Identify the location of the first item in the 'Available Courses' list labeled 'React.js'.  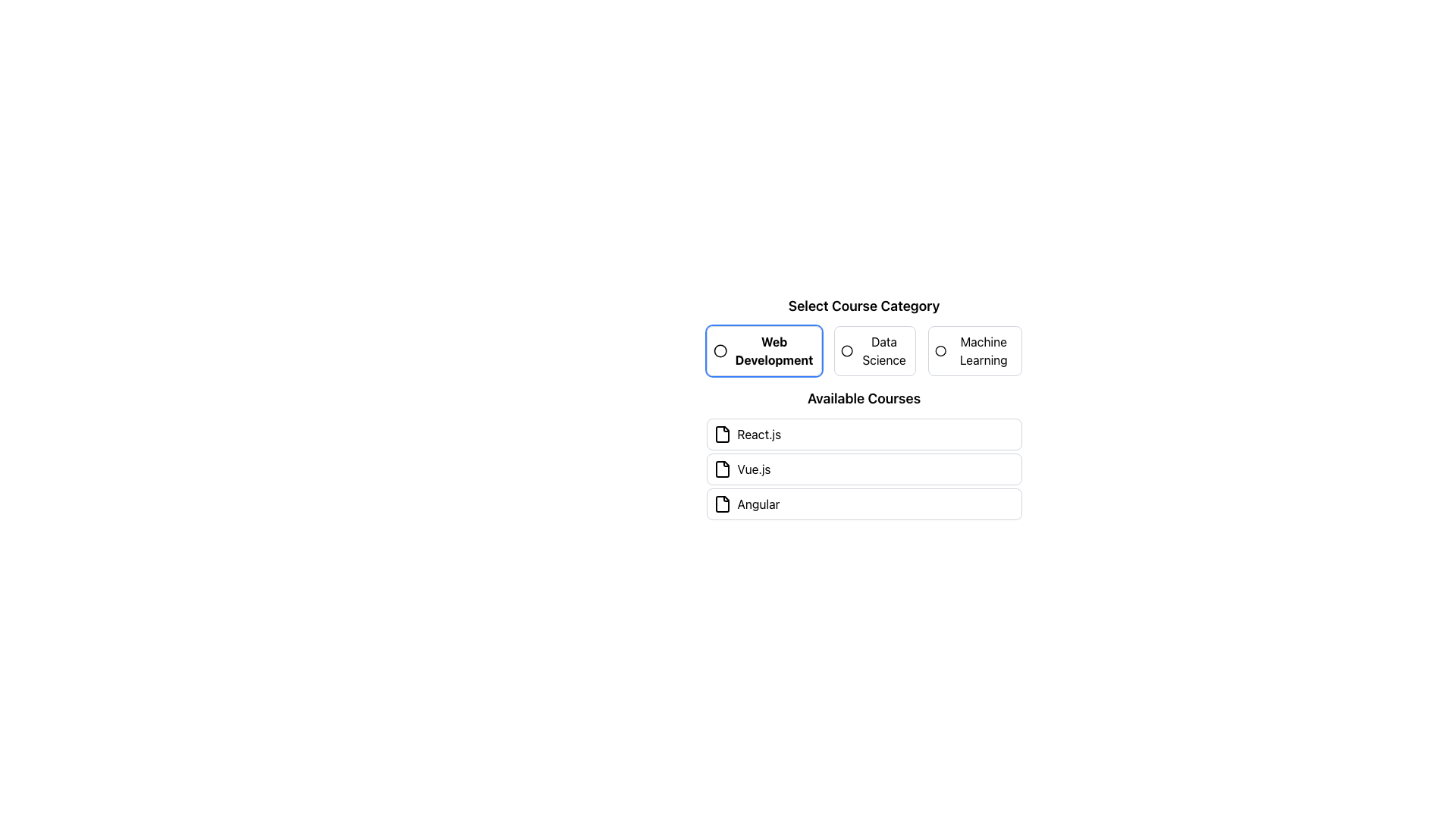
(864, 435).